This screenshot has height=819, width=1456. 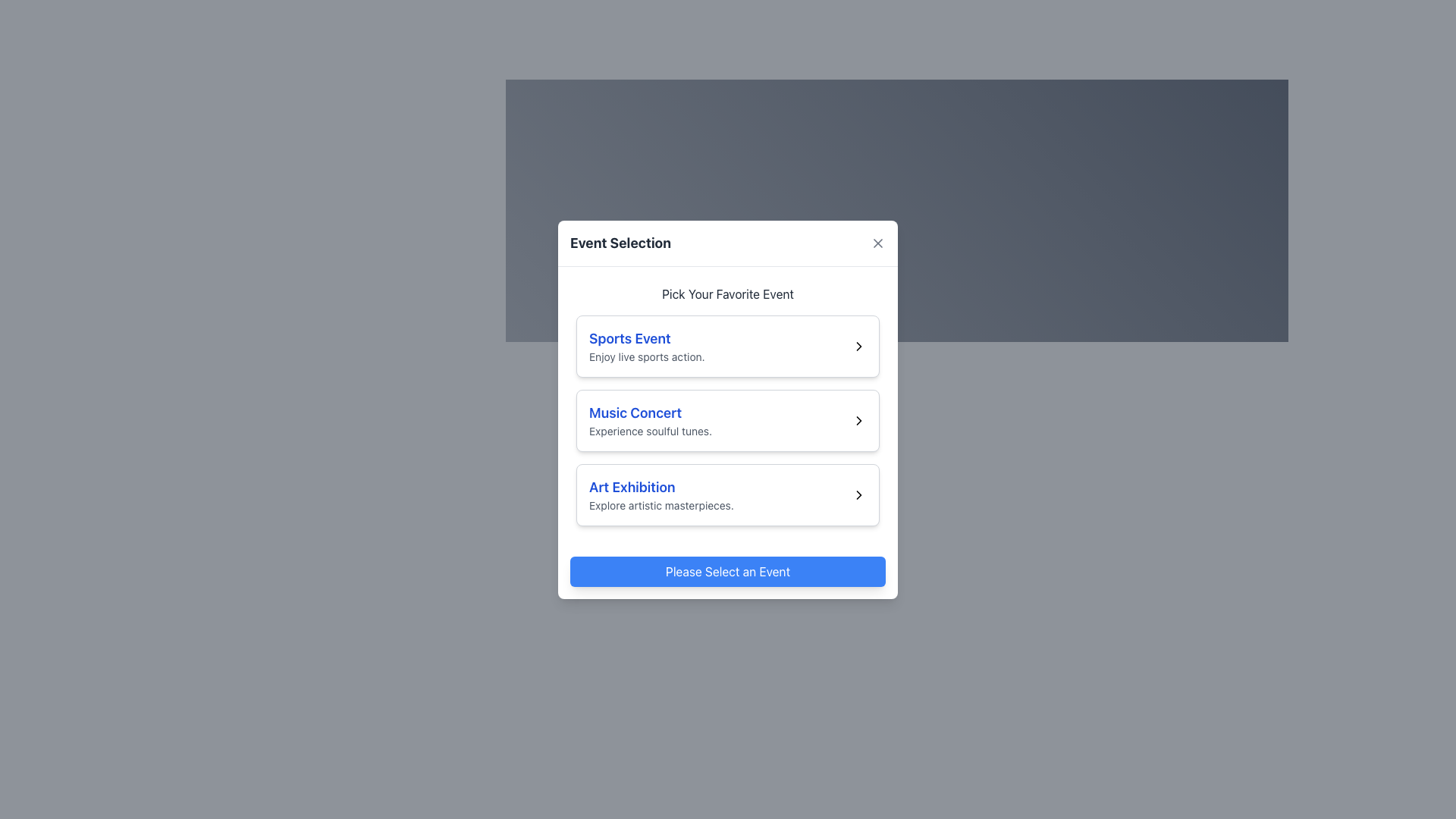 What do you see at coordinates (858, 420) in the screenshot?
I see `the right-facing chevron icon associated with the 'Music Concert' option in the third list item` at bounding box center [858, 420].